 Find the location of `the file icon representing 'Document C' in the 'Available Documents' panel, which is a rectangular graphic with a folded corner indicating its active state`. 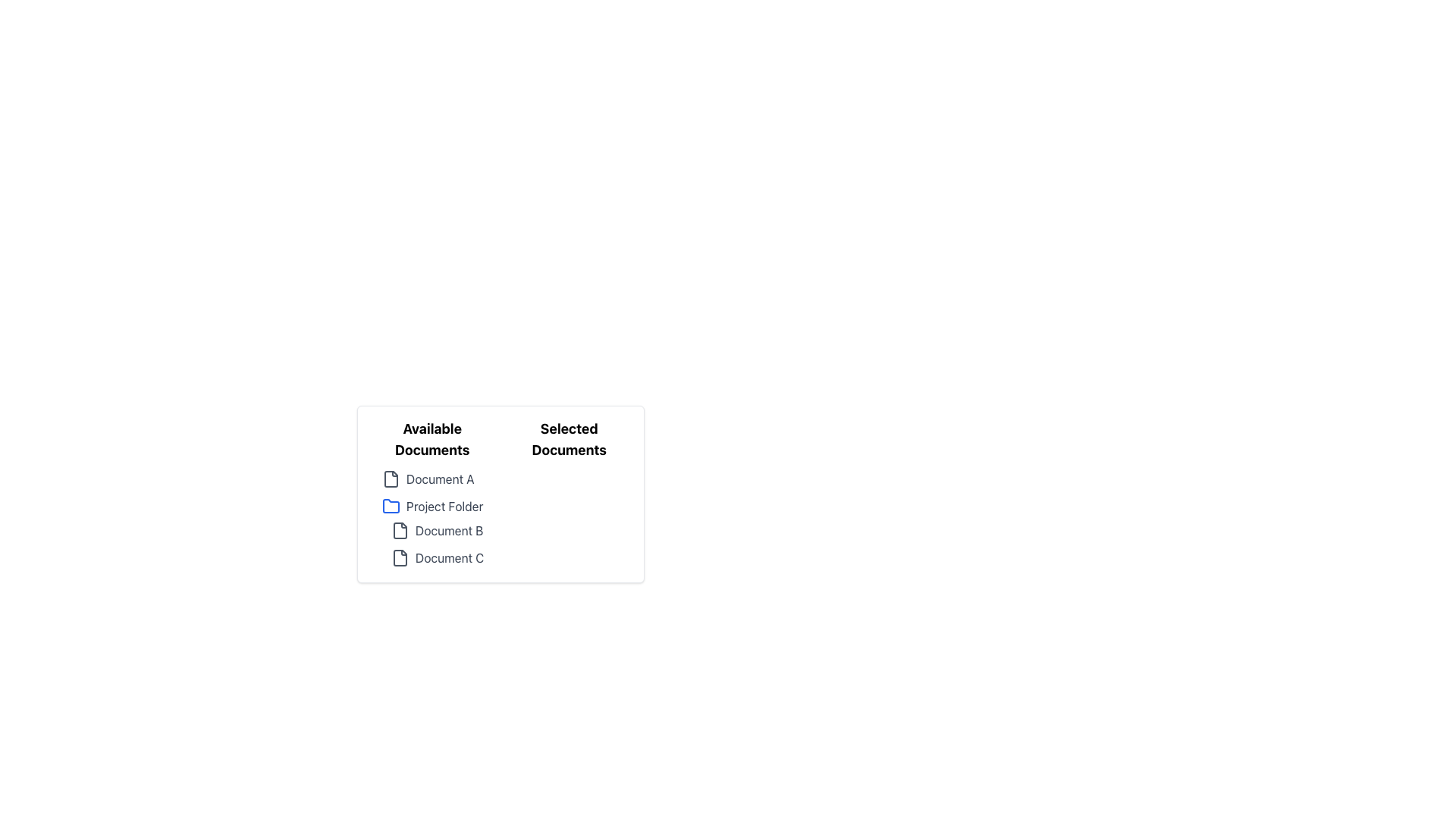

the file icon representing 'Document C' in the 'Available Documents' panel, which is a rectangular graphic with a folded corner indicating its active state is located at coordinates (400, 558).